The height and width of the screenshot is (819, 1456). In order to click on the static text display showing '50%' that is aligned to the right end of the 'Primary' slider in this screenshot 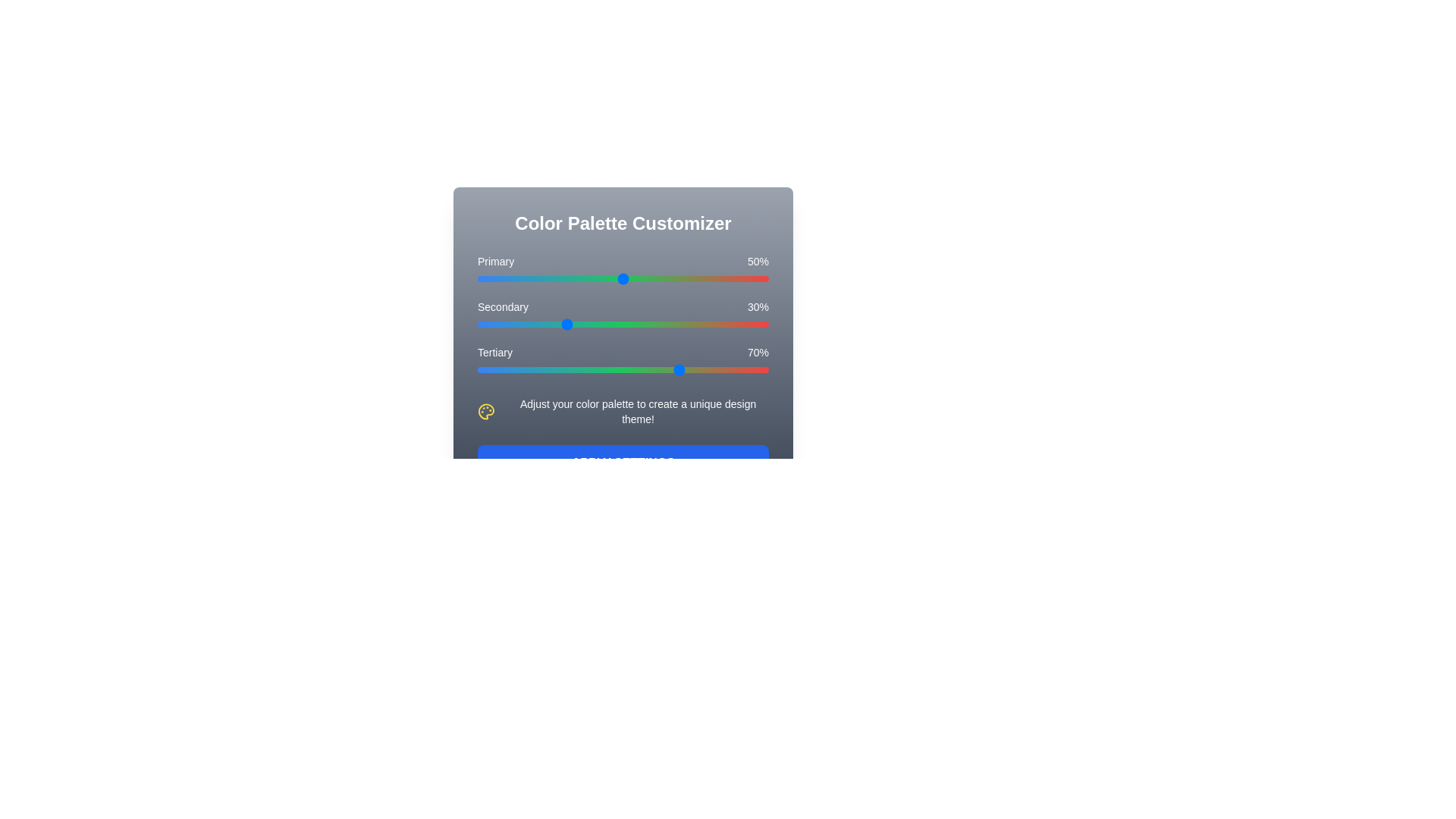, I will do `click(758, 260)`.